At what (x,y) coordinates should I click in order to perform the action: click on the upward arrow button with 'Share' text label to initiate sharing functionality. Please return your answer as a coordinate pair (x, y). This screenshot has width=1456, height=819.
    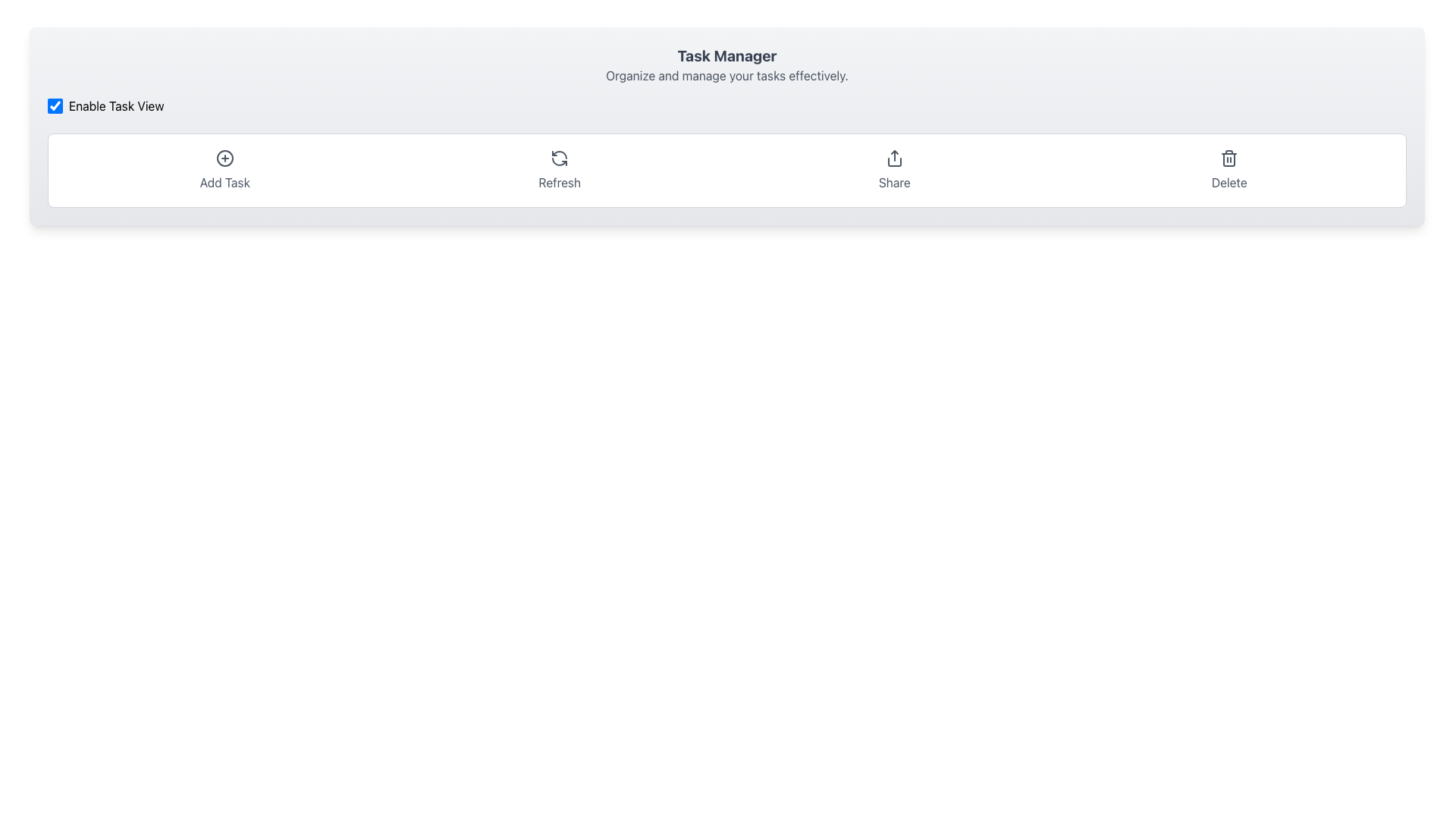
    Looking at the image, I should click on (894, 170).